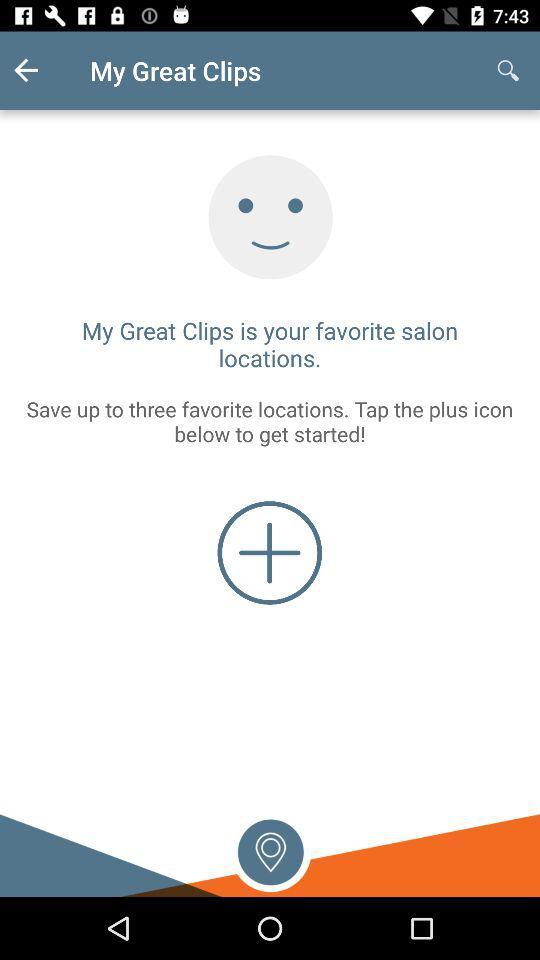  Describe the element at coordinates (269, 553) in the screenshot. I see `a favorite location` at that location.